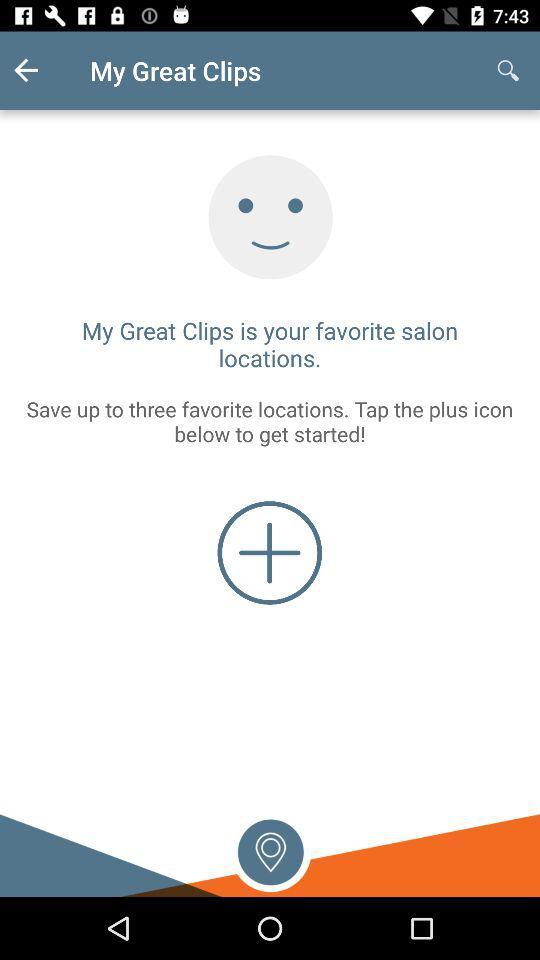  Describe the element at coordinates (269, 553) in the screenshot. I see `a favorite location` at that location.